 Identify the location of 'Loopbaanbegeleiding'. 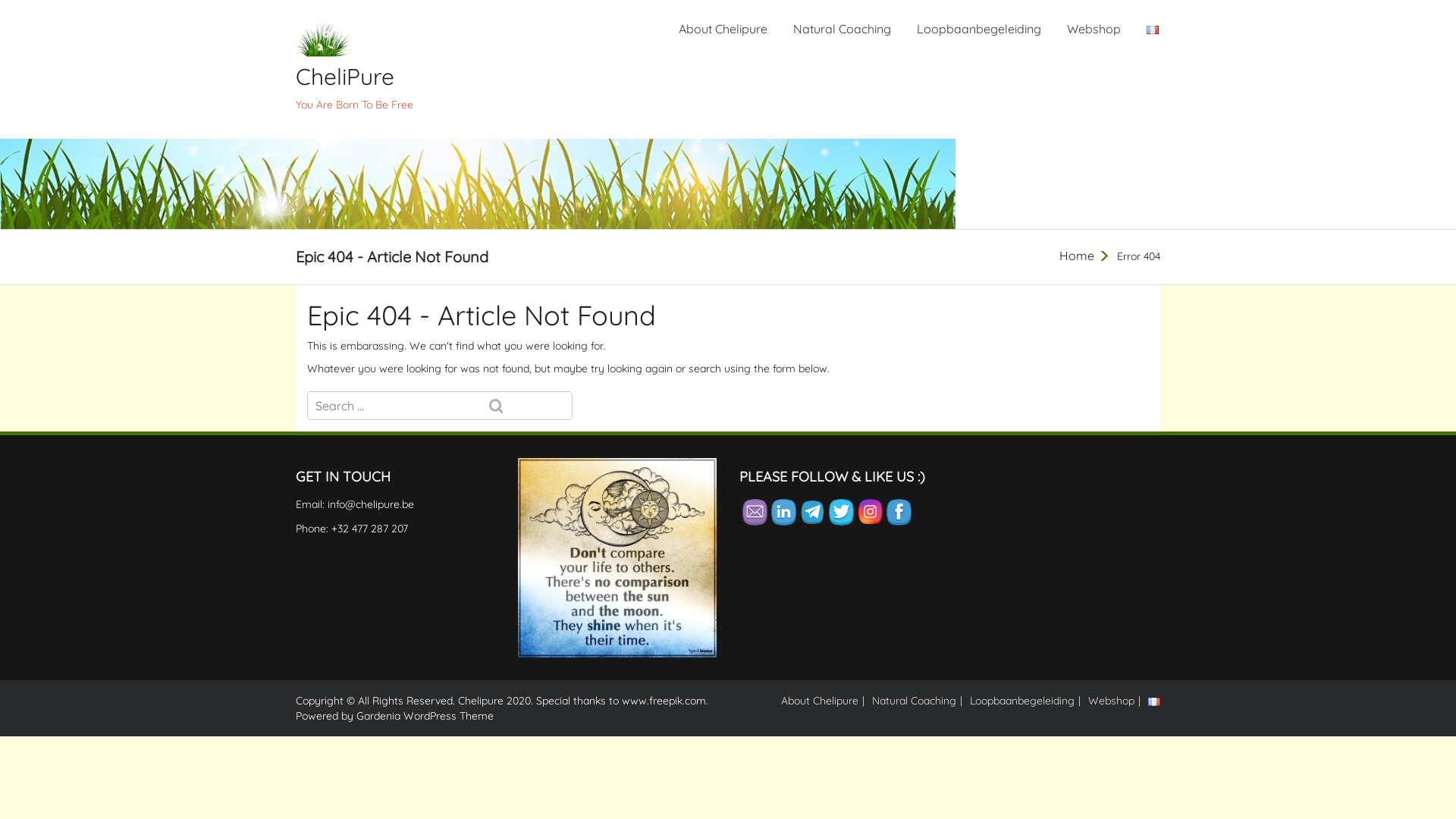
(968, 701).